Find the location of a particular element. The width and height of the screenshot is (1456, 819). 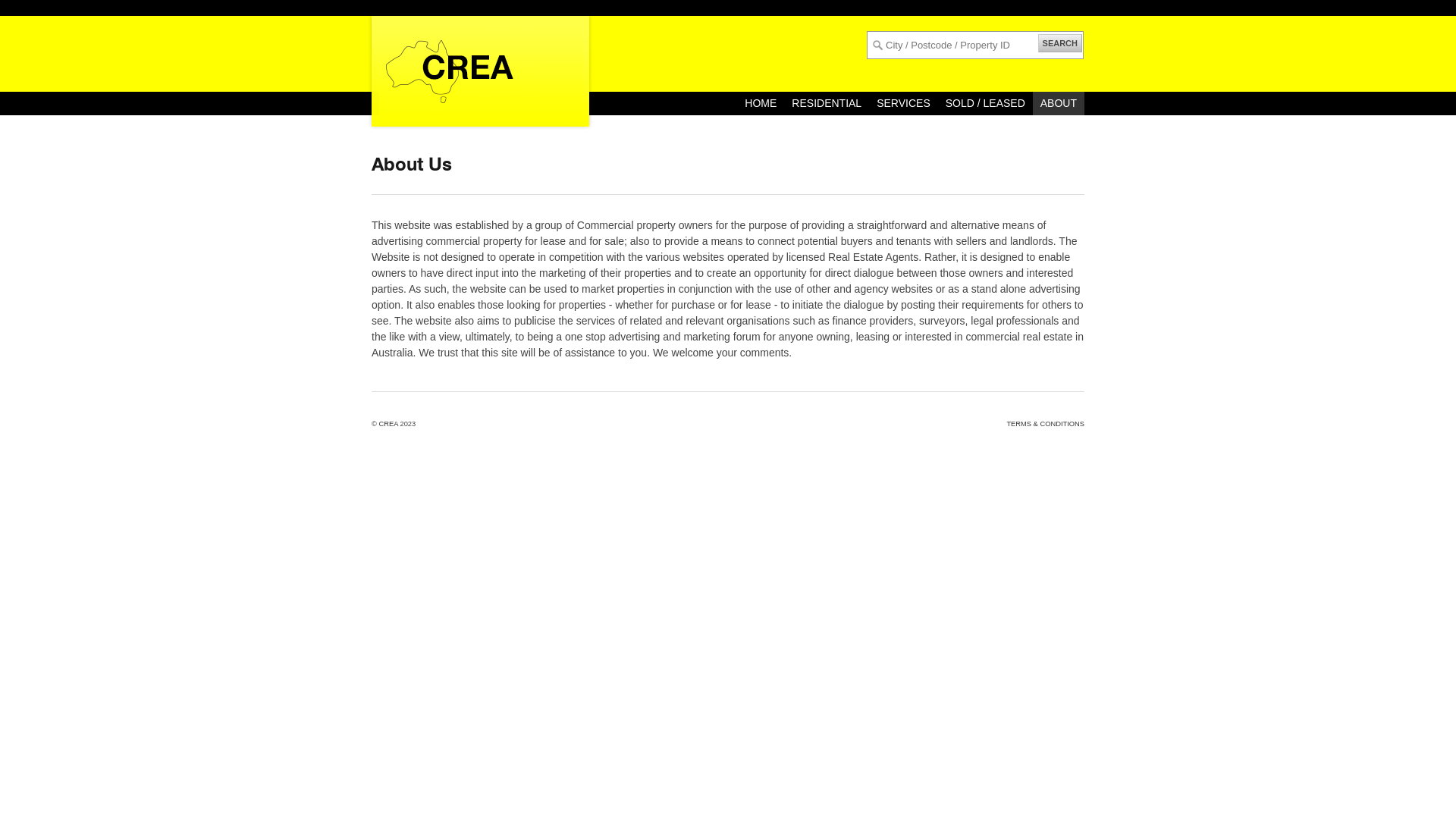

'Commercial Real Estate Australia' is located at coordinates (364, 69).